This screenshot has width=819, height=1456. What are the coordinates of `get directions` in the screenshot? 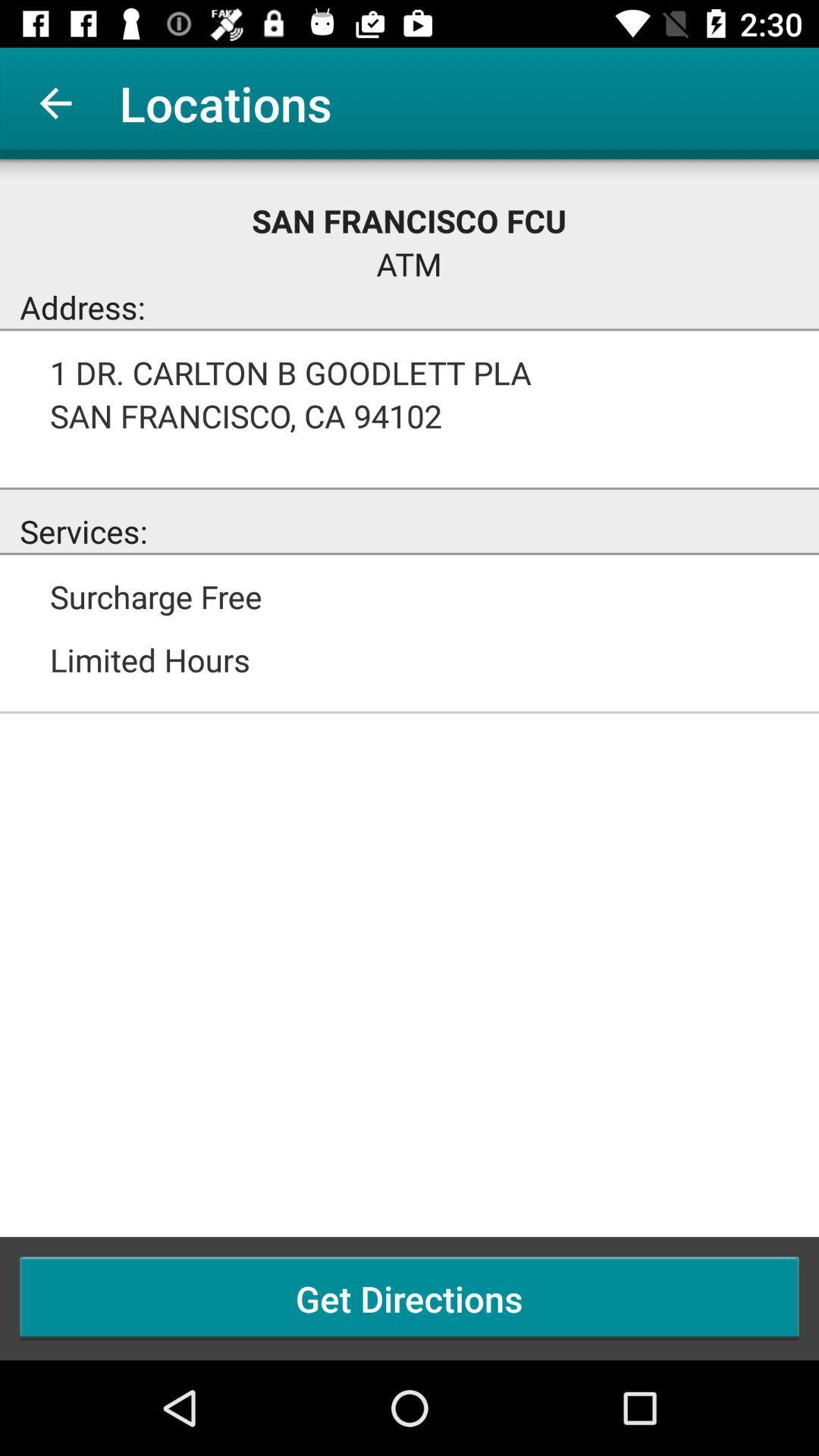 It's located at (409, 1298).